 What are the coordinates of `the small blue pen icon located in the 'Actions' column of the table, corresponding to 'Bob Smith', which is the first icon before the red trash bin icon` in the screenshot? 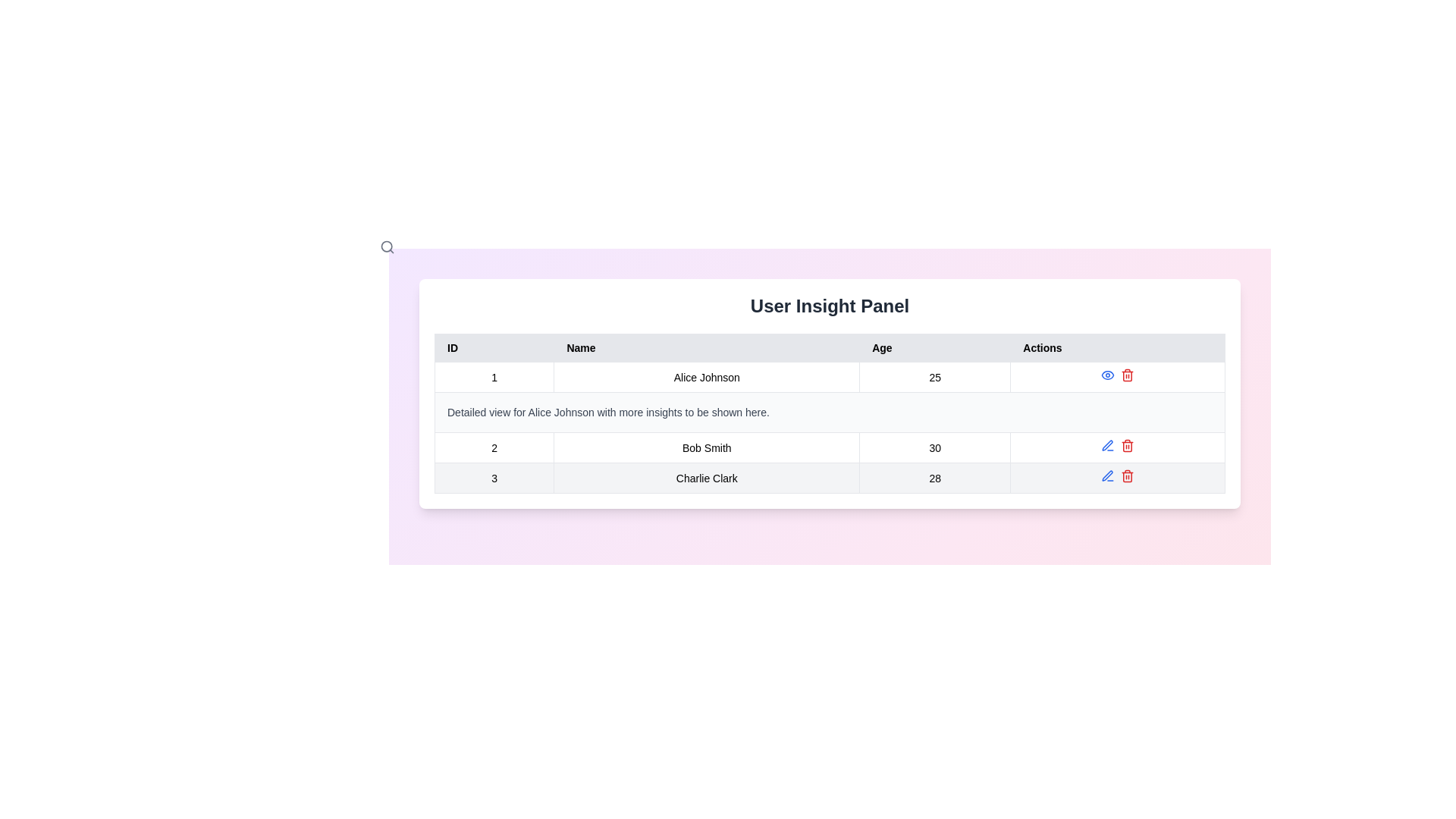 It's located at (1108, 444).